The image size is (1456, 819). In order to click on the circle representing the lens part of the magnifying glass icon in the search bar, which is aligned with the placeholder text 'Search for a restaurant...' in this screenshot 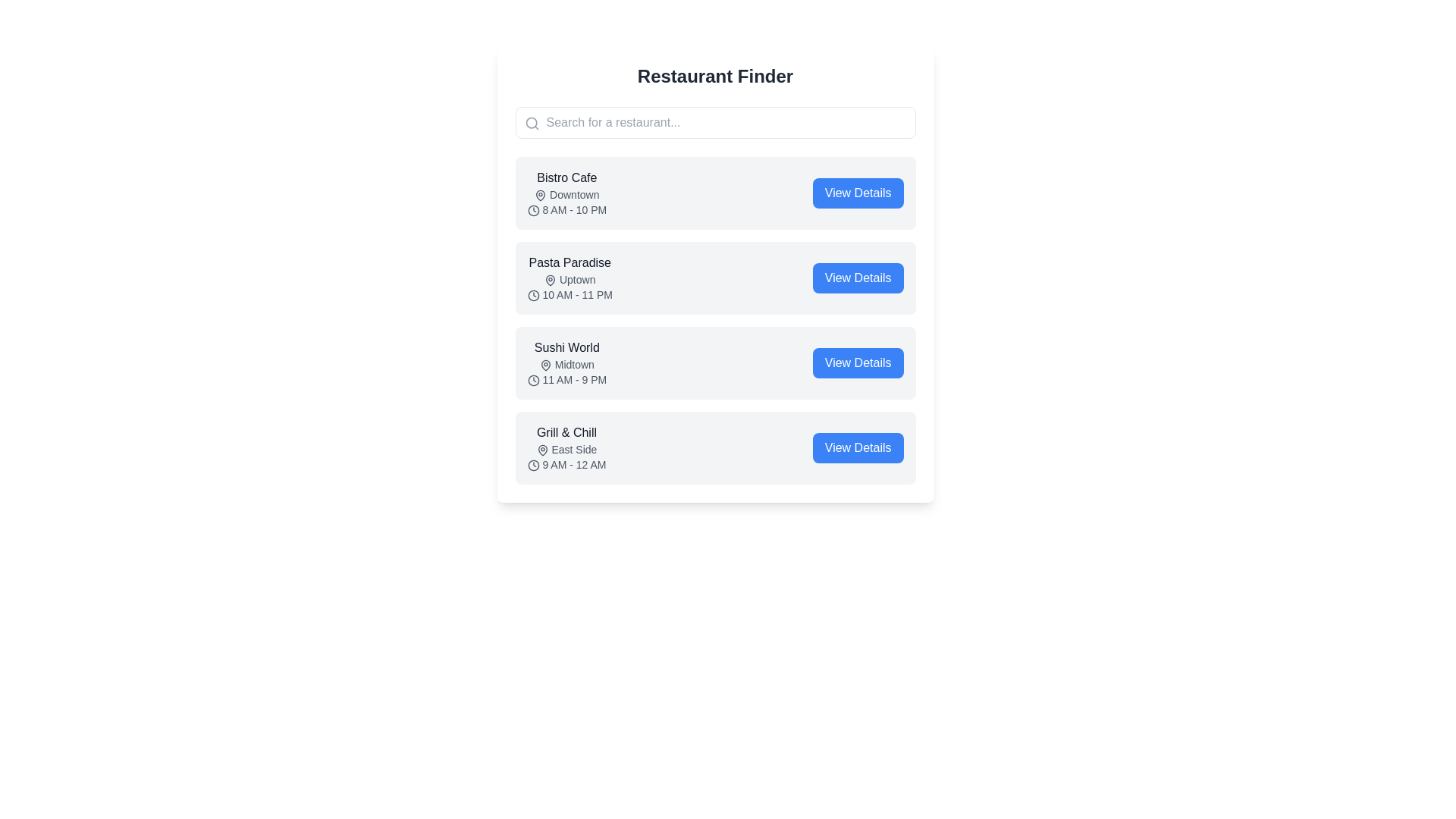, I will do `click(531, 122)`.